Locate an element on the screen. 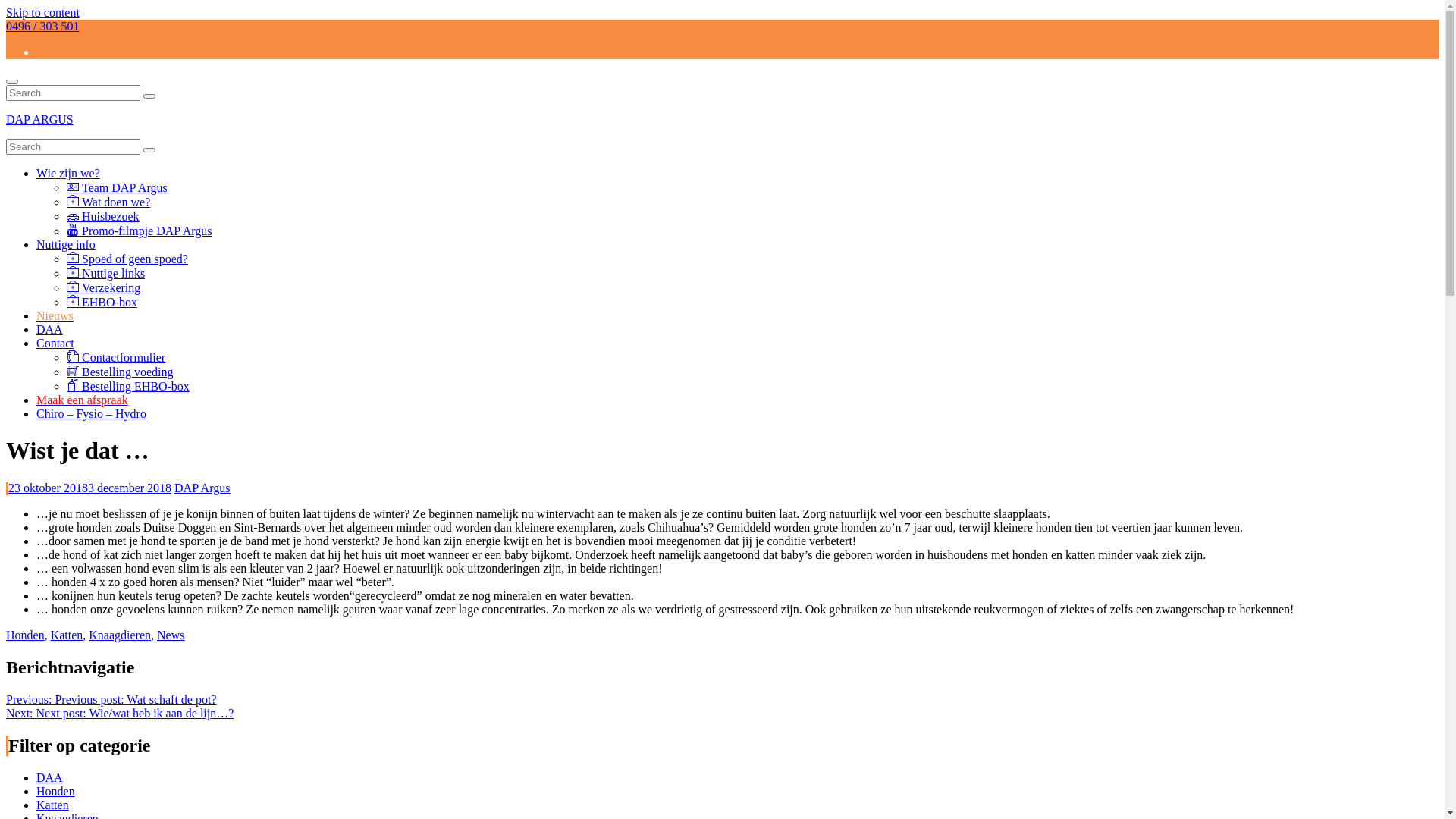  'Contactformulier' is located at coordinates (115, 357).